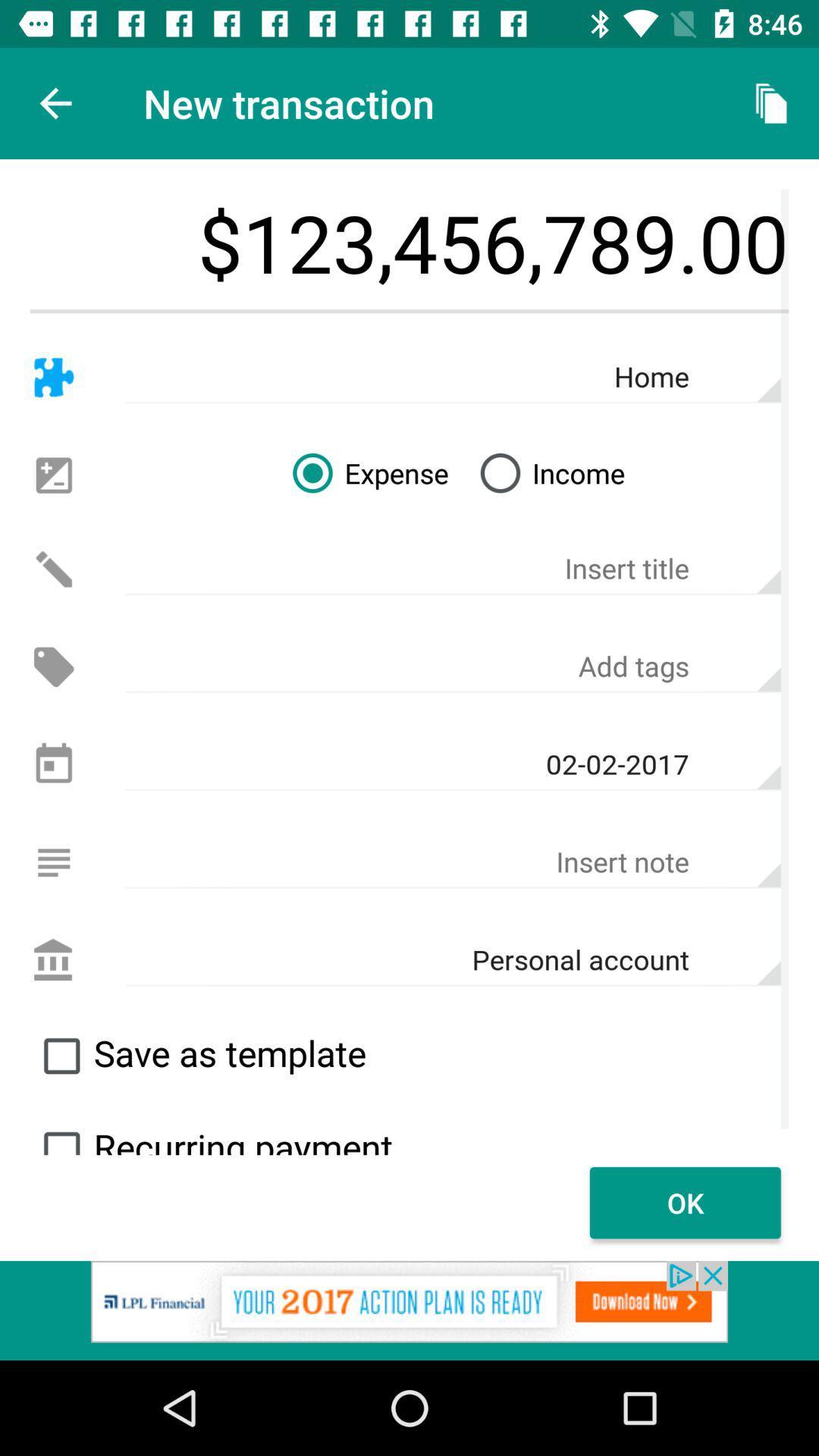  I want to click on tags, so click(452, 667).